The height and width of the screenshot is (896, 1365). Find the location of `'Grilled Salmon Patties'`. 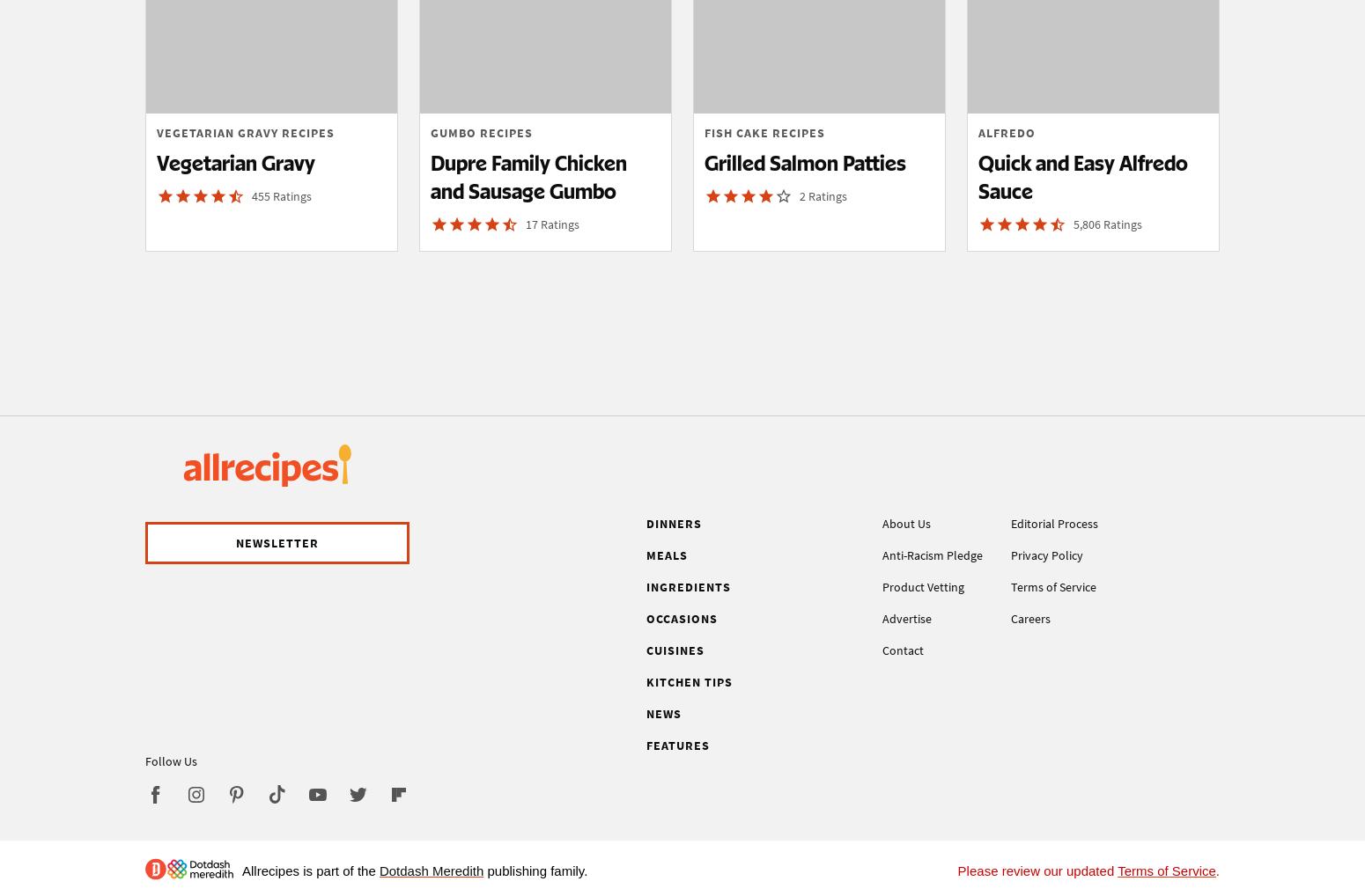

'Grilled Salmon Patties' is located at coordinates (805, 162).